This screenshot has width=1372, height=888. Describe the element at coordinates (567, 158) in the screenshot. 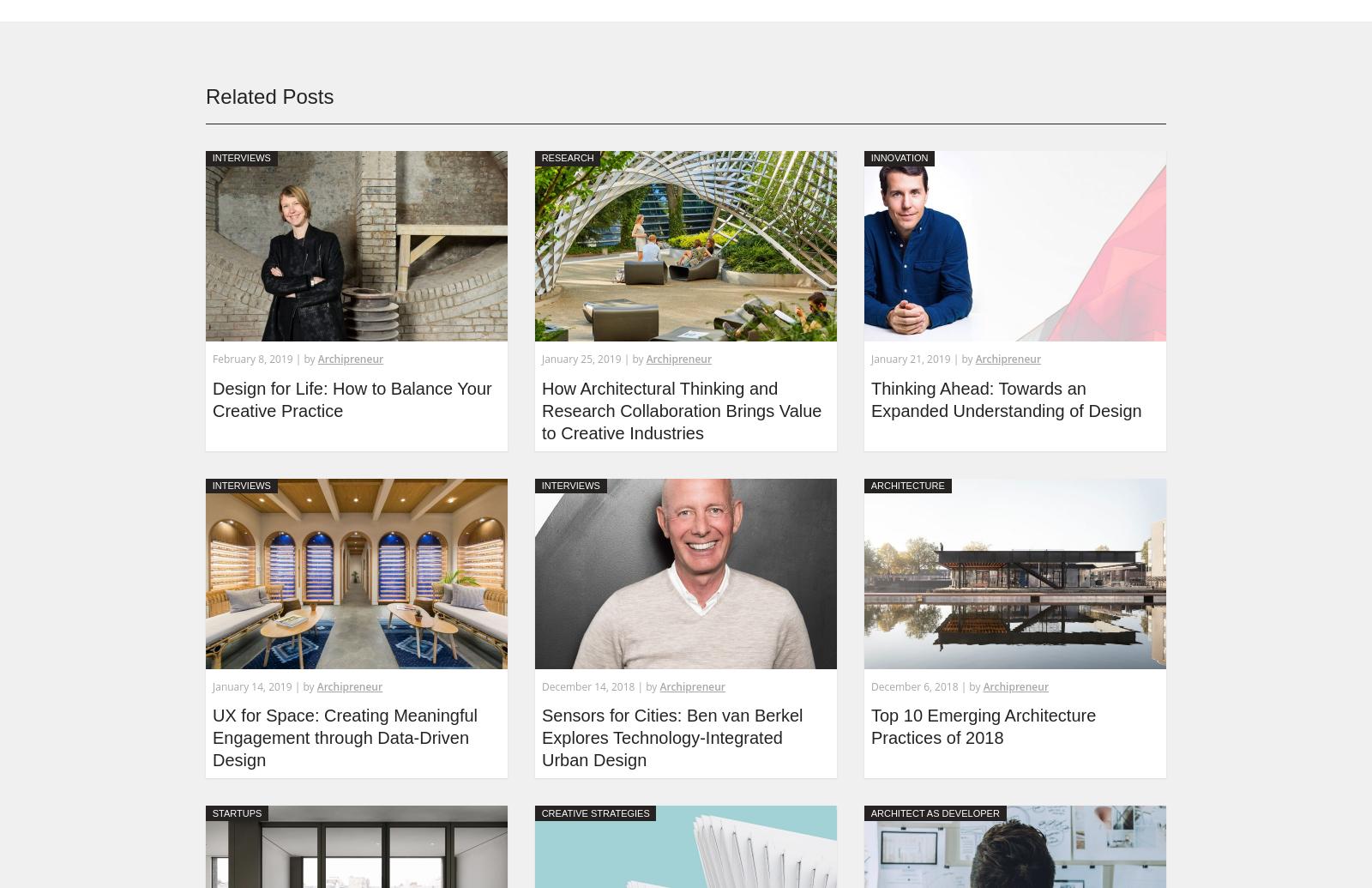

I see `'Research'` at that location.